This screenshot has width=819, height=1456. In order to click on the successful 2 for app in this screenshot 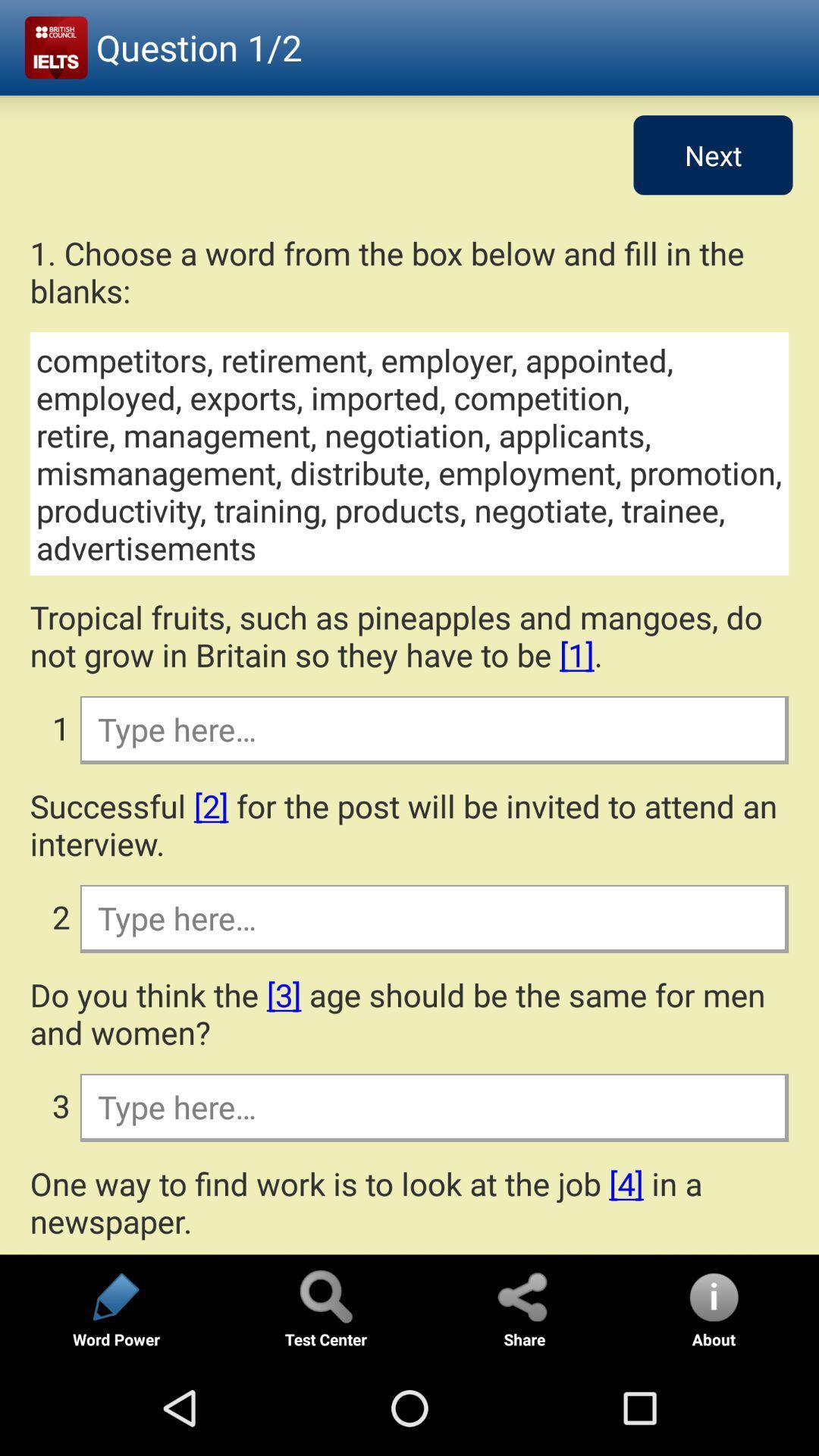, I will do `click(409, 824)`.